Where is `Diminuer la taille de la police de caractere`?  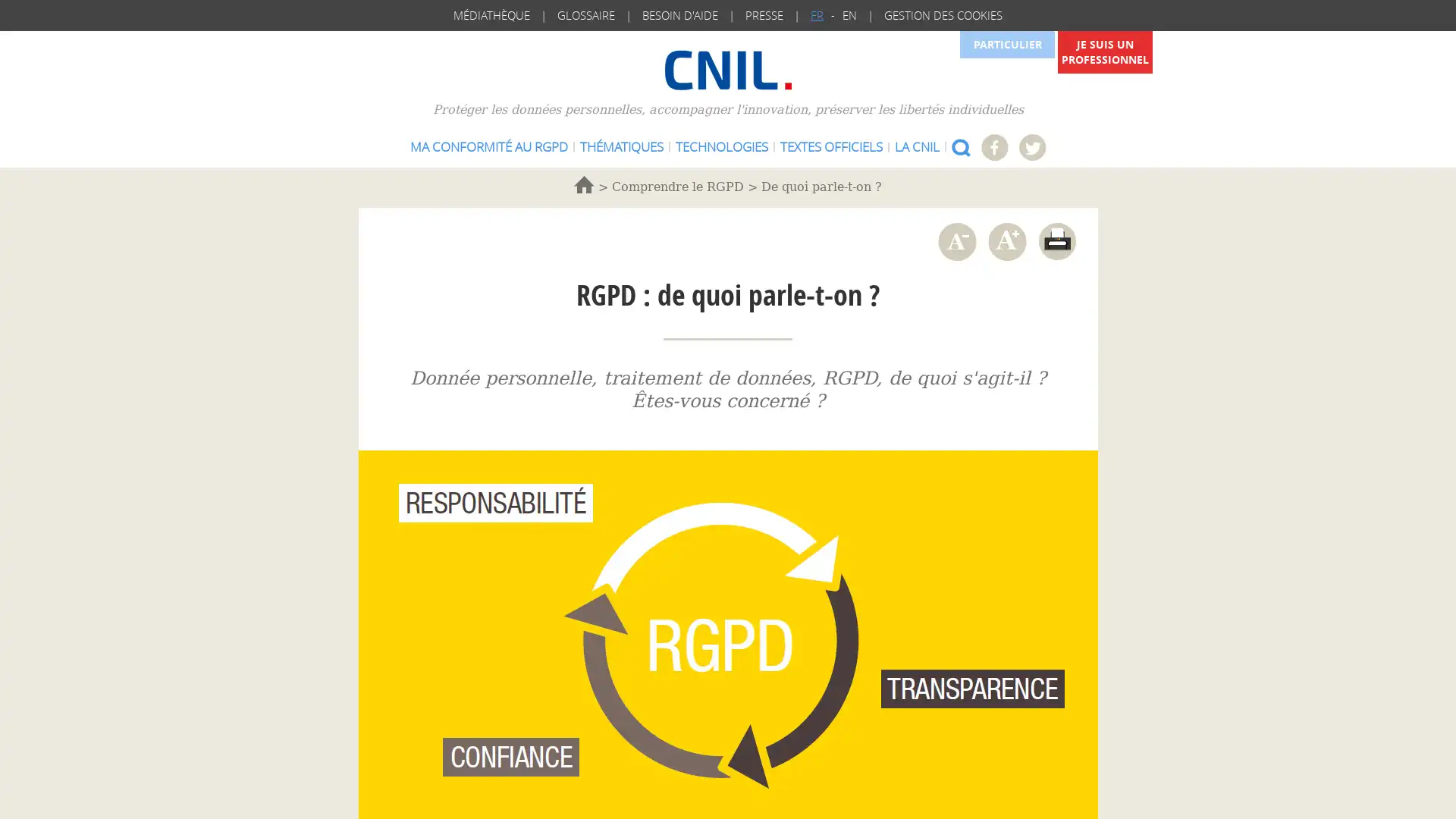 Diminuer la taille de la police de caractere is located at coordinates (955, 240).